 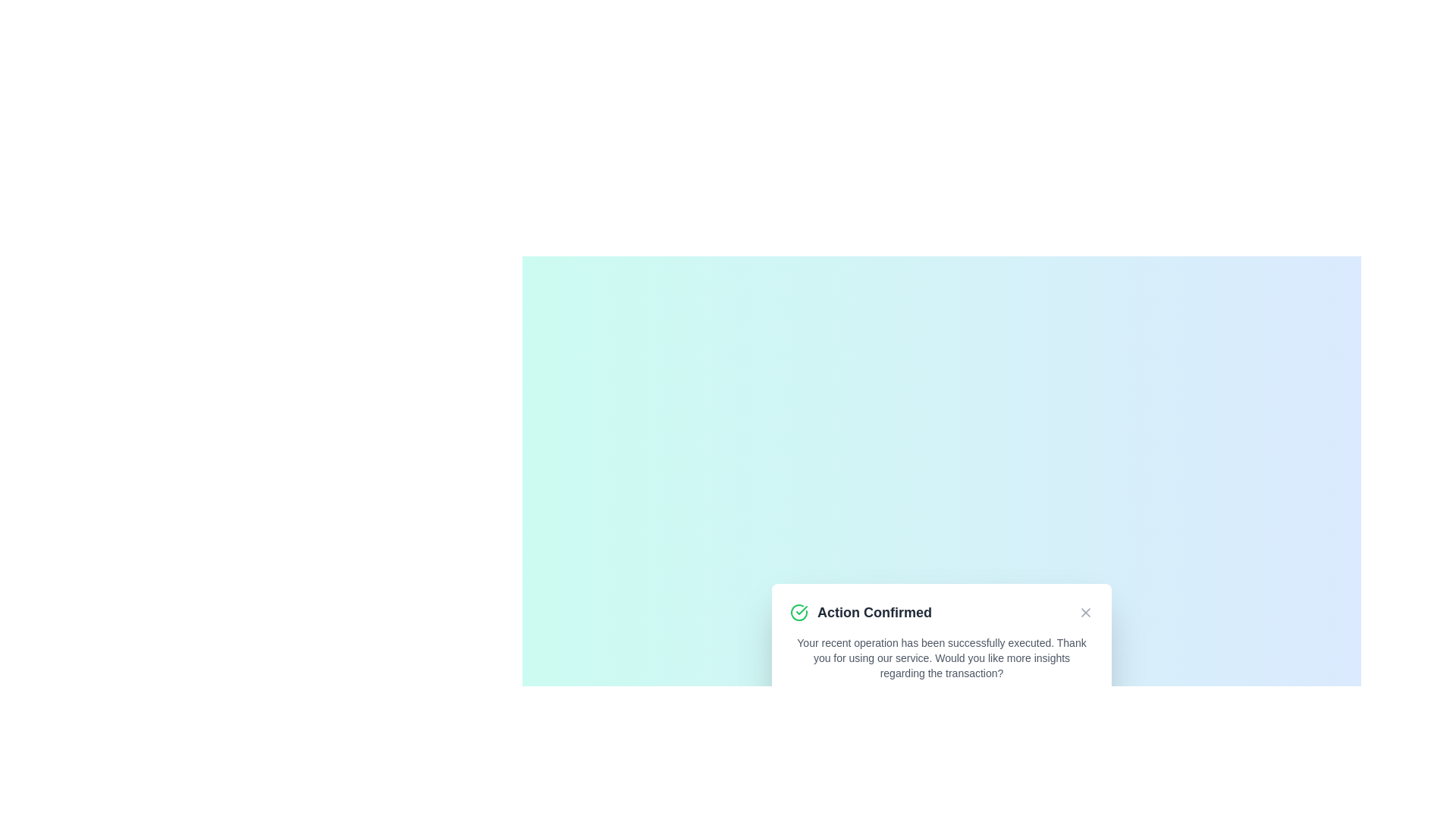 I want to click on the 'More Details' button to expand the details section, so click(x=941, y=711).